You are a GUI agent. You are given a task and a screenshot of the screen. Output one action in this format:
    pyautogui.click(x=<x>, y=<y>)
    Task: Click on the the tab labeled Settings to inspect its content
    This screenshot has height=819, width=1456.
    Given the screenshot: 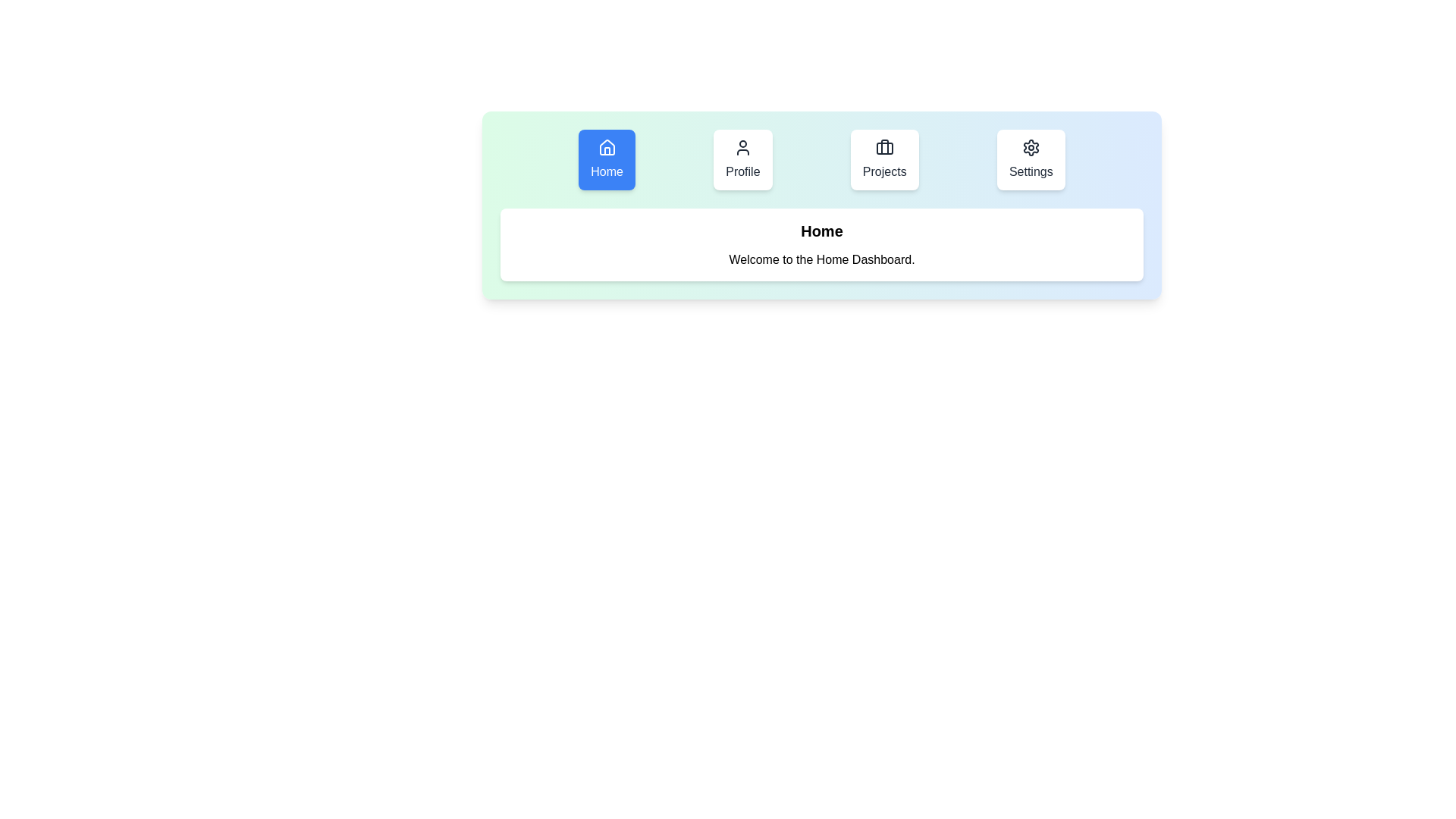 What is the action you would take?
    pyautogui.click(x=1030, y=160)
    